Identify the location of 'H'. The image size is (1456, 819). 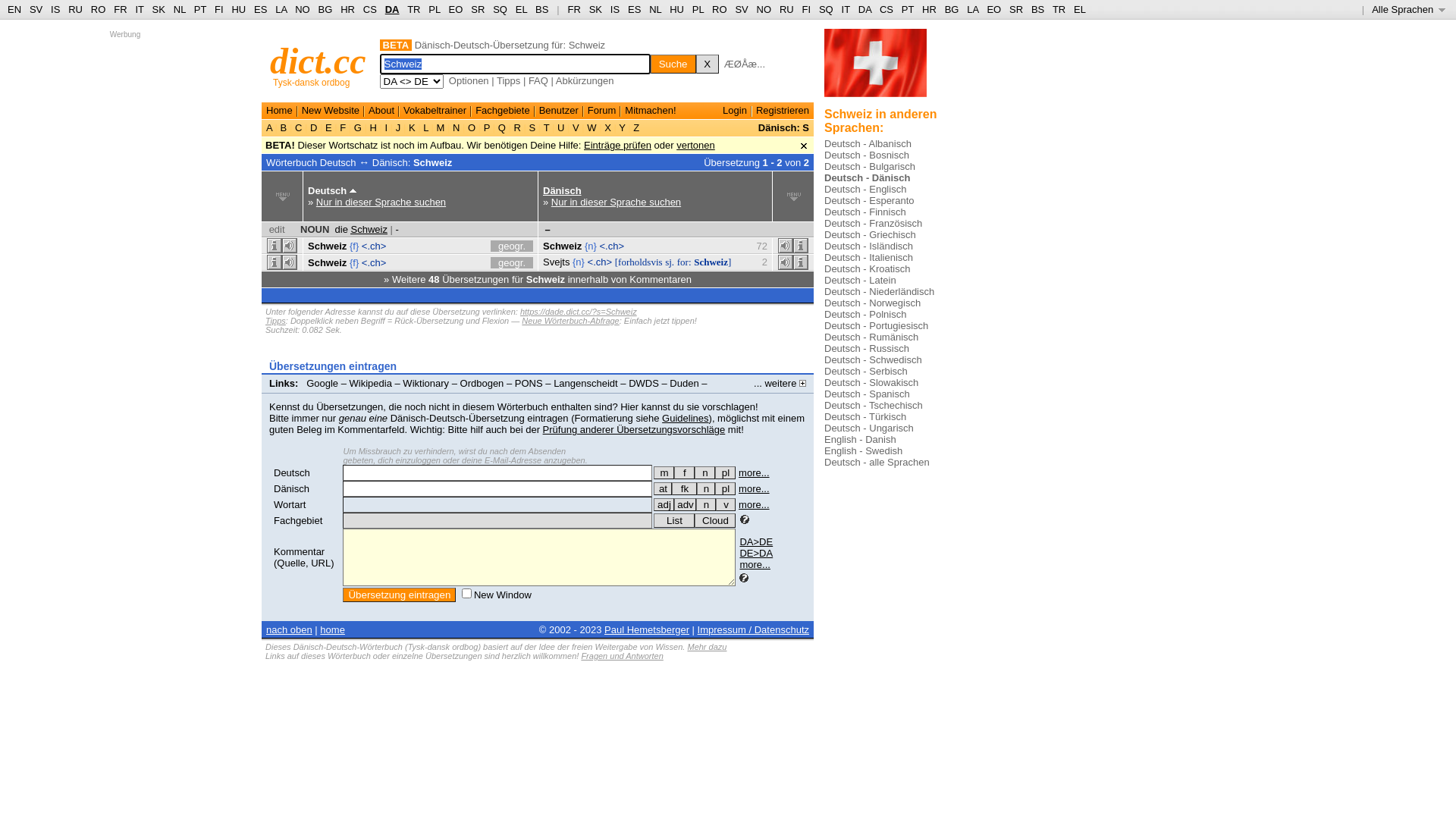
(373, 127).